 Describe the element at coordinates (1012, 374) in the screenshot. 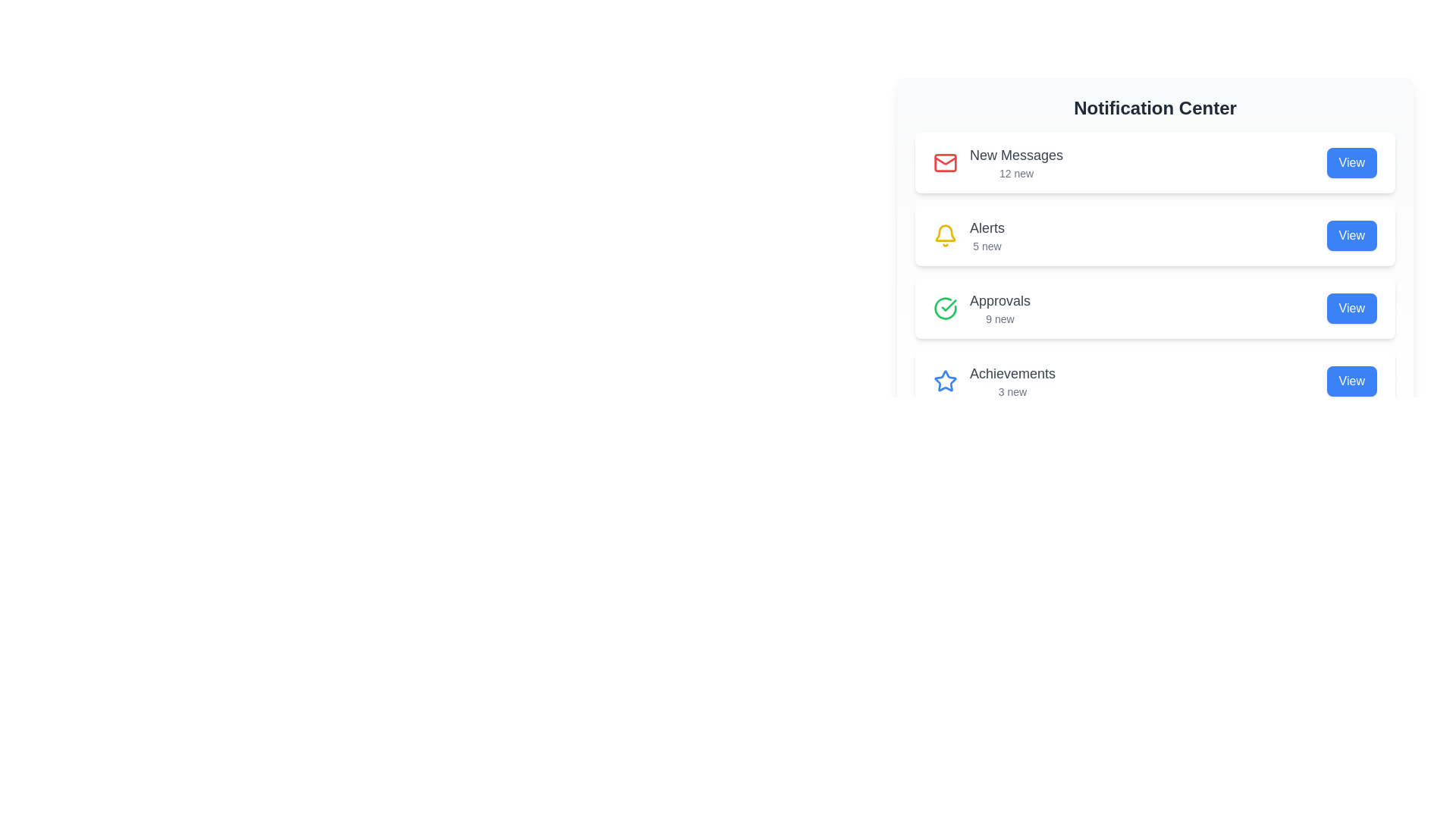

I see `the text block reading 'Achievements', which is styled in bold gray font and located in the notification center panel, positioned to the right of the blue star icon and above the smaller text '3 new'` at that location.